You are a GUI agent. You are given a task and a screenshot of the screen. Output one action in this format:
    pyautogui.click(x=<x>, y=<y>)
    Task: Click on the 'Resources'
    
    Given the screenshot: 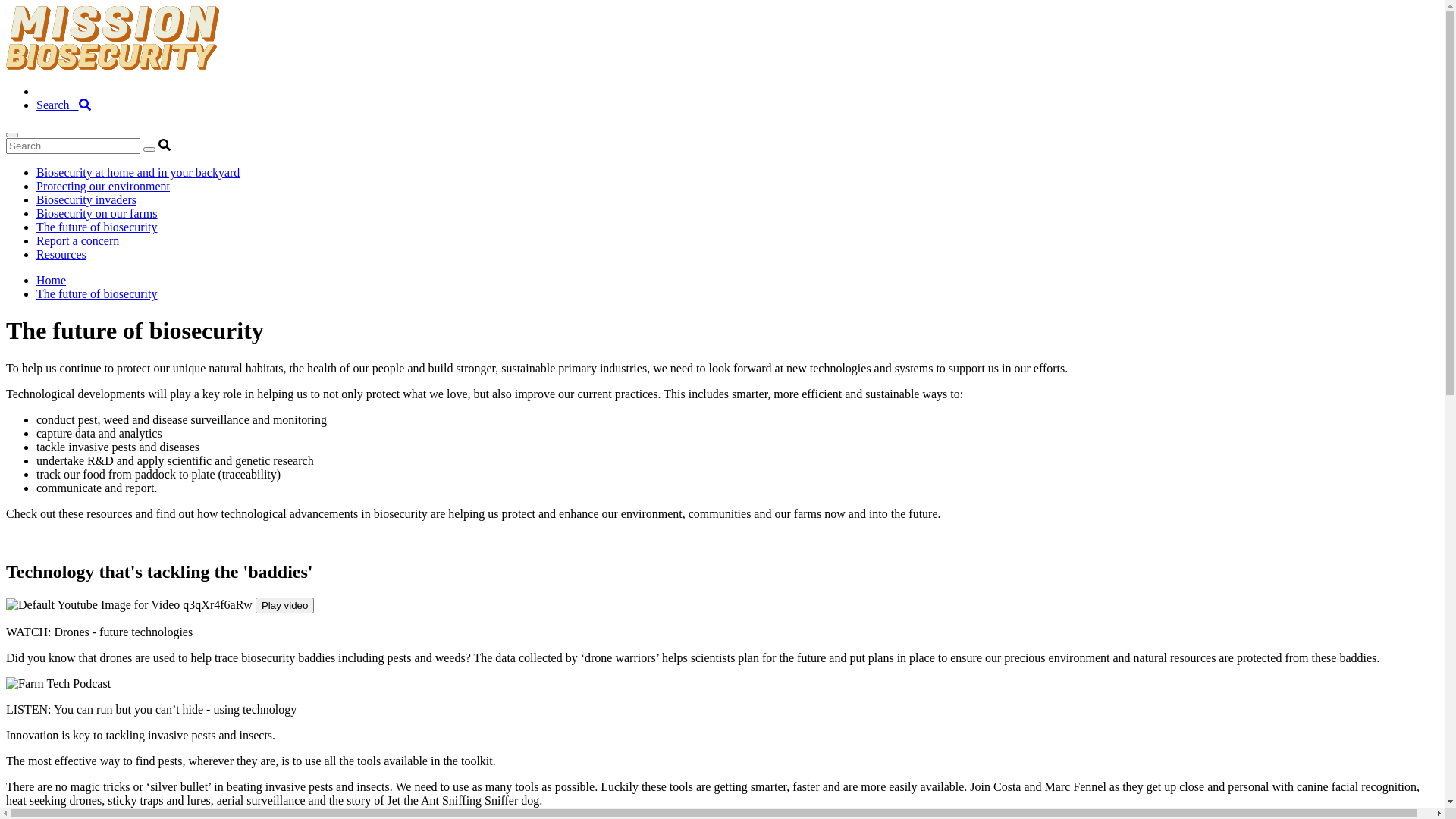 What is the action you would take?
    pyautogui.click(x=61, y=91)
    